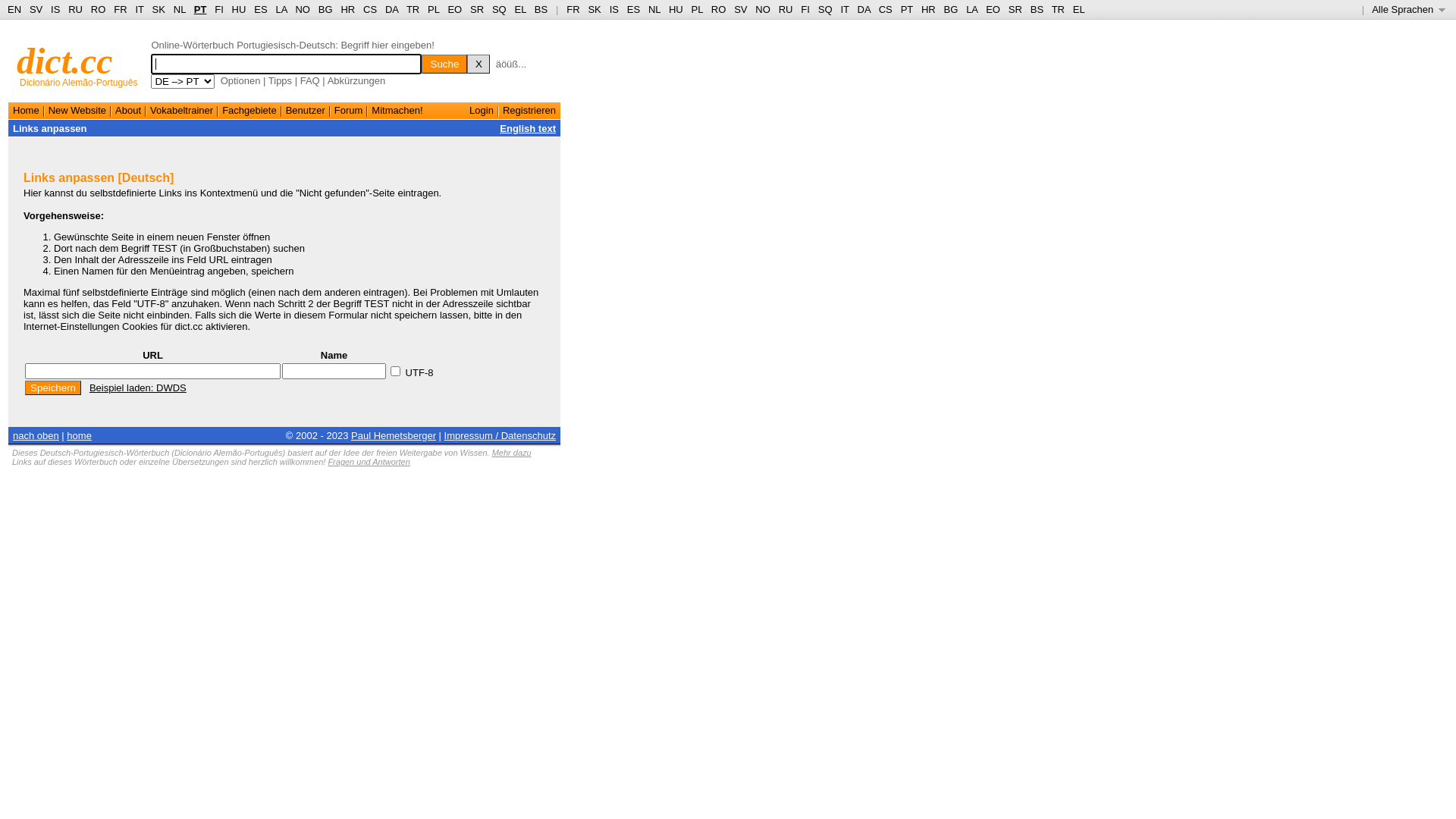  I want to click on 'English text', so click(528, 127).